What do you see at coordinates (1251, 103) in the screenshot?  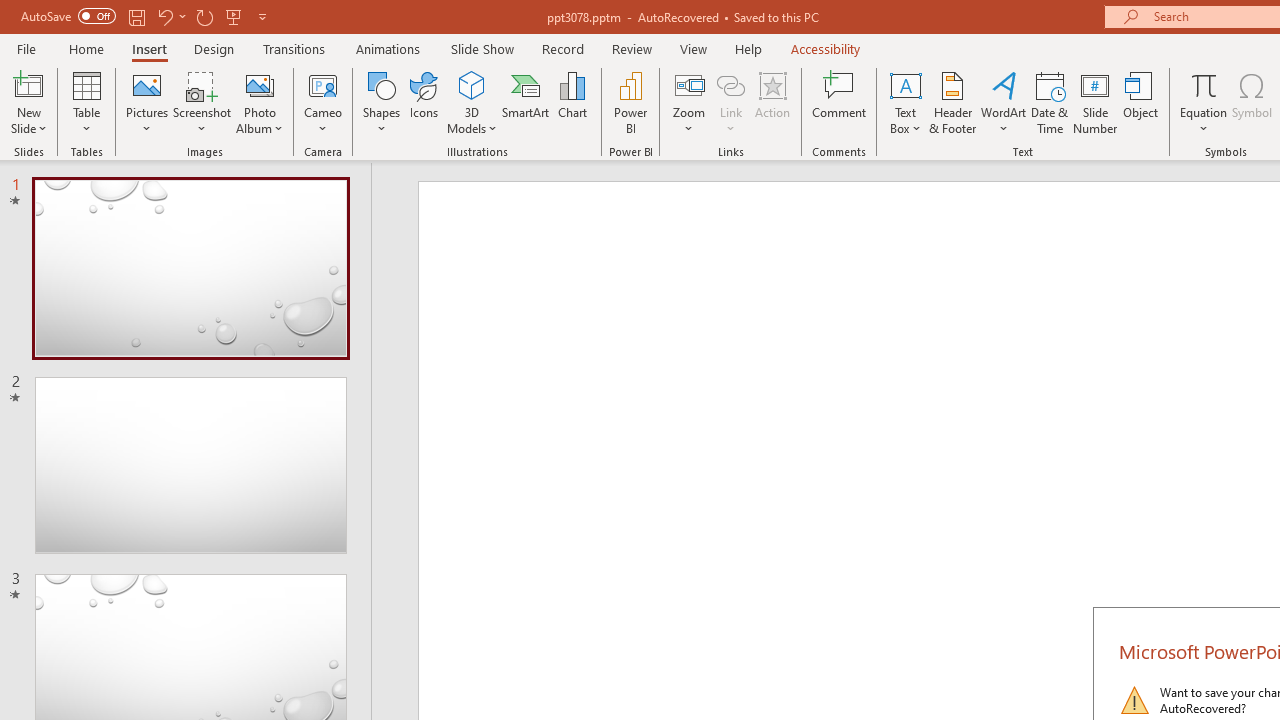 I see `'Symbol...'` at bounding box center [1251, 103].